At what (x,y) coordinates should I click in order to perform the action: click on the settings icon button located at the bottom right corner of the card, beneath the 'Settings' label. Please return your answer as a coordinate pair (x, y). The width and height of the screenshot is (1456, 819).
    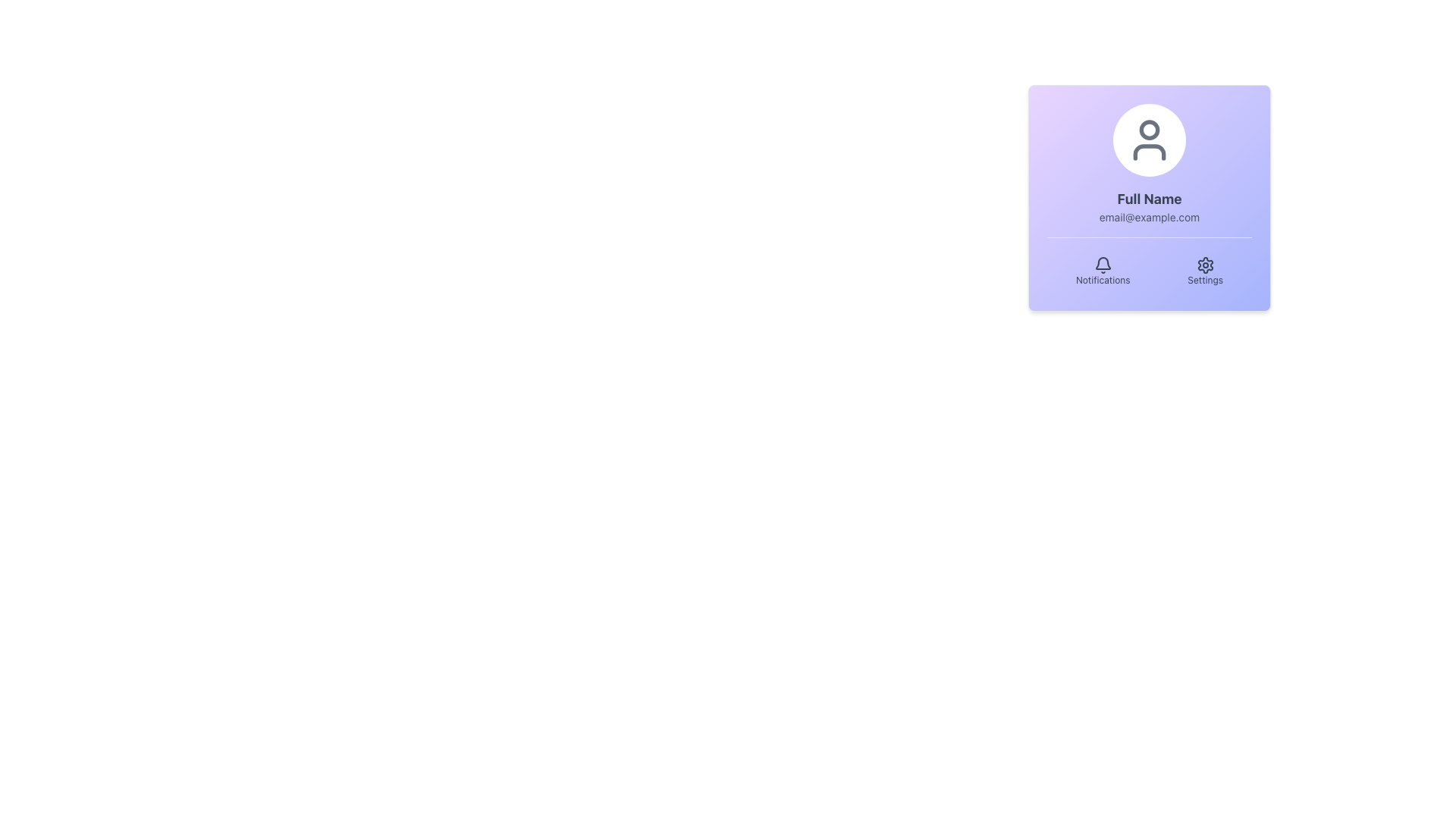
    Looking at the image, I should click on (1204, 265).